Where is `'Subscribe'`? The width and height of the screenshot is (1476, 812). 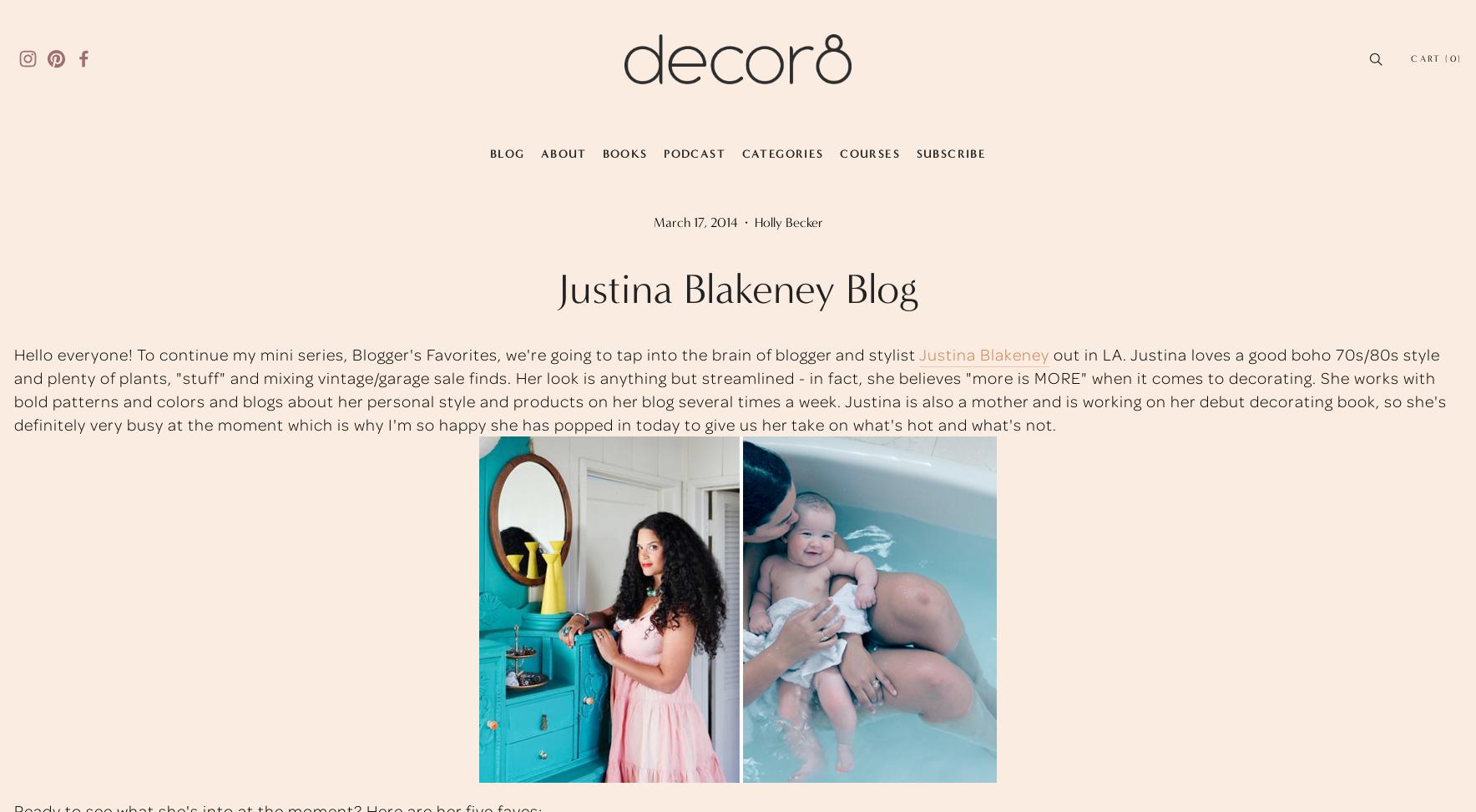
'Subscribe' is located at coordinates (950, 153).